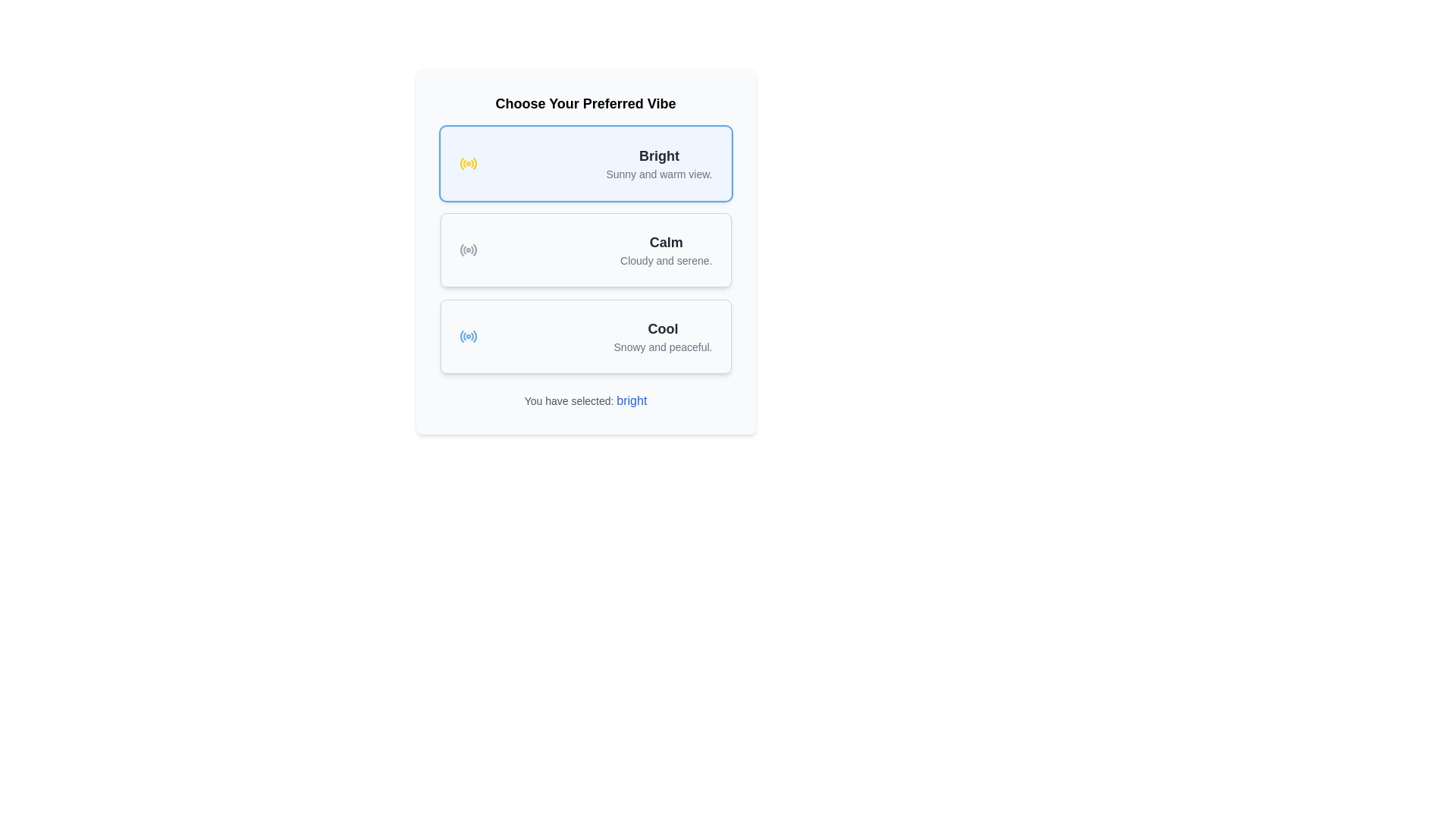 This screenshot has width=1456, height=819. I want to click on the text label displaying 'Snowy and peaceful.' which is positioned directly below the word 'Cool', so click(663, 347).